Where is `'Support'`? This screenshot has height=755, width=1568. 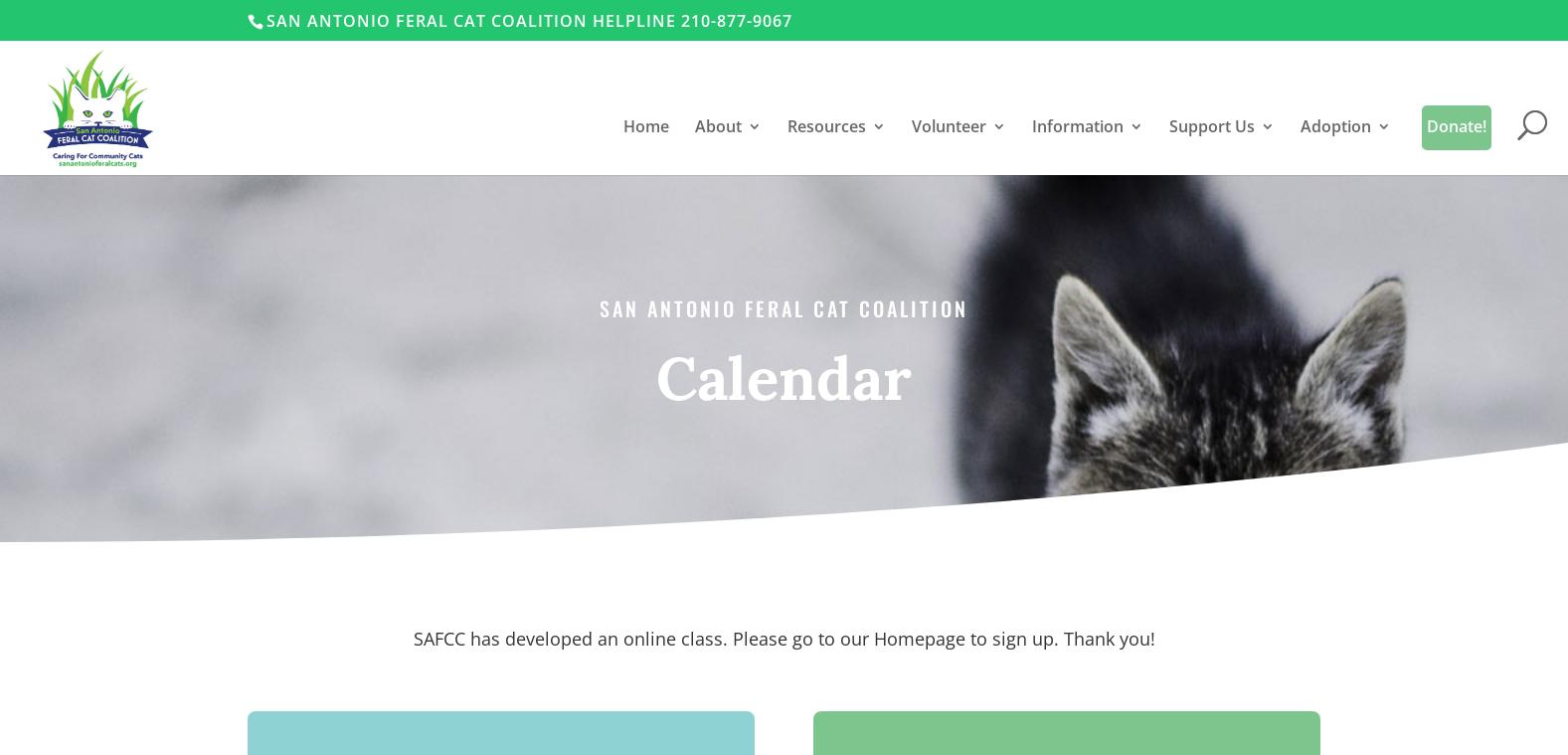 'Support' is located at coordinates (762, 349).